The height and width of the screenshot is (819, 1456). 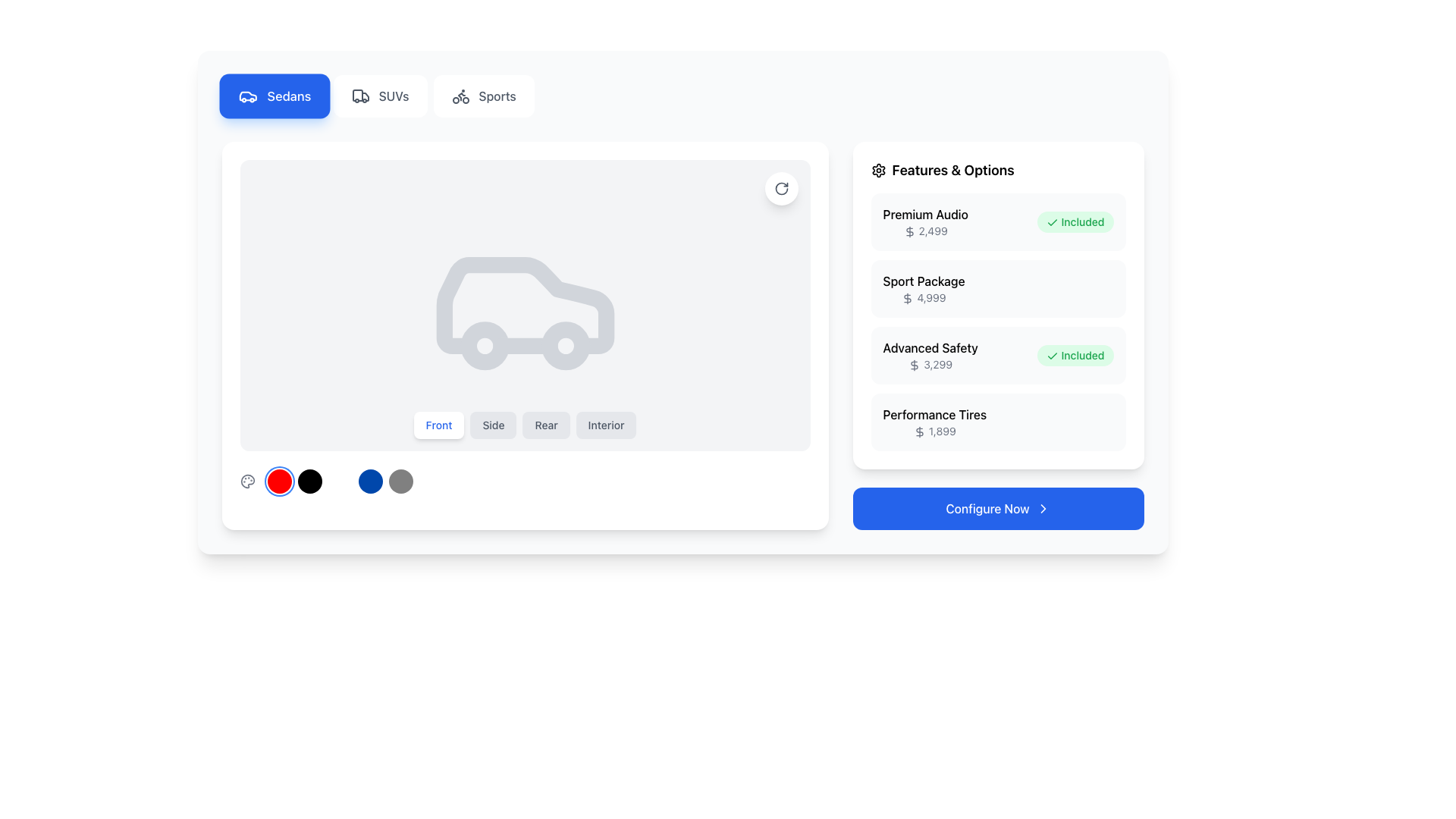 I want to click on the Text display element indicating the price for the 'Advanced Safety' feature located in the 'Features & Options' section, so click(x=930, y=365).